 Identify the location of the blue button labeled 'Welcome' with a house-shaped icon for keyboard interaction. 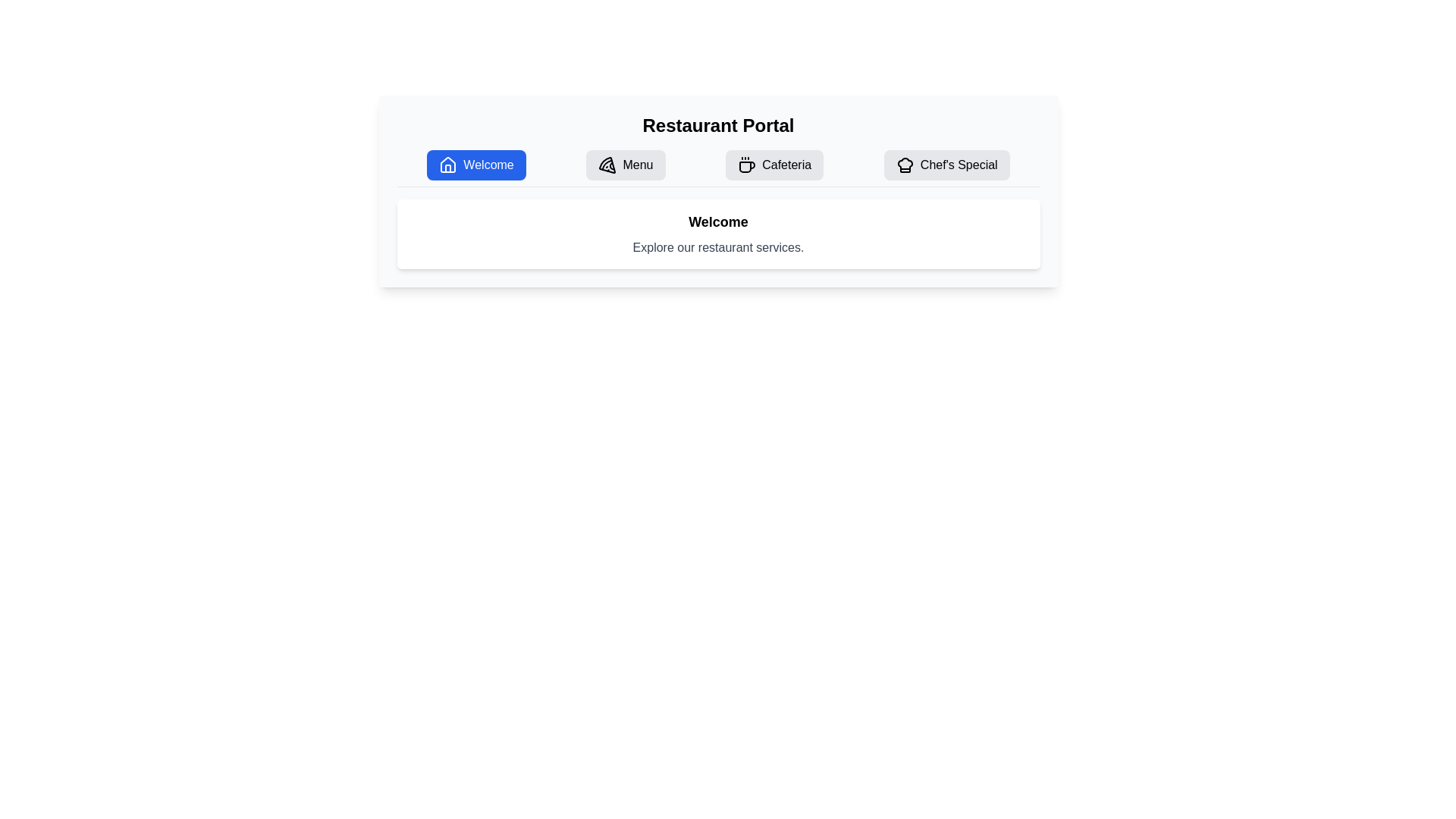
(475, 165).